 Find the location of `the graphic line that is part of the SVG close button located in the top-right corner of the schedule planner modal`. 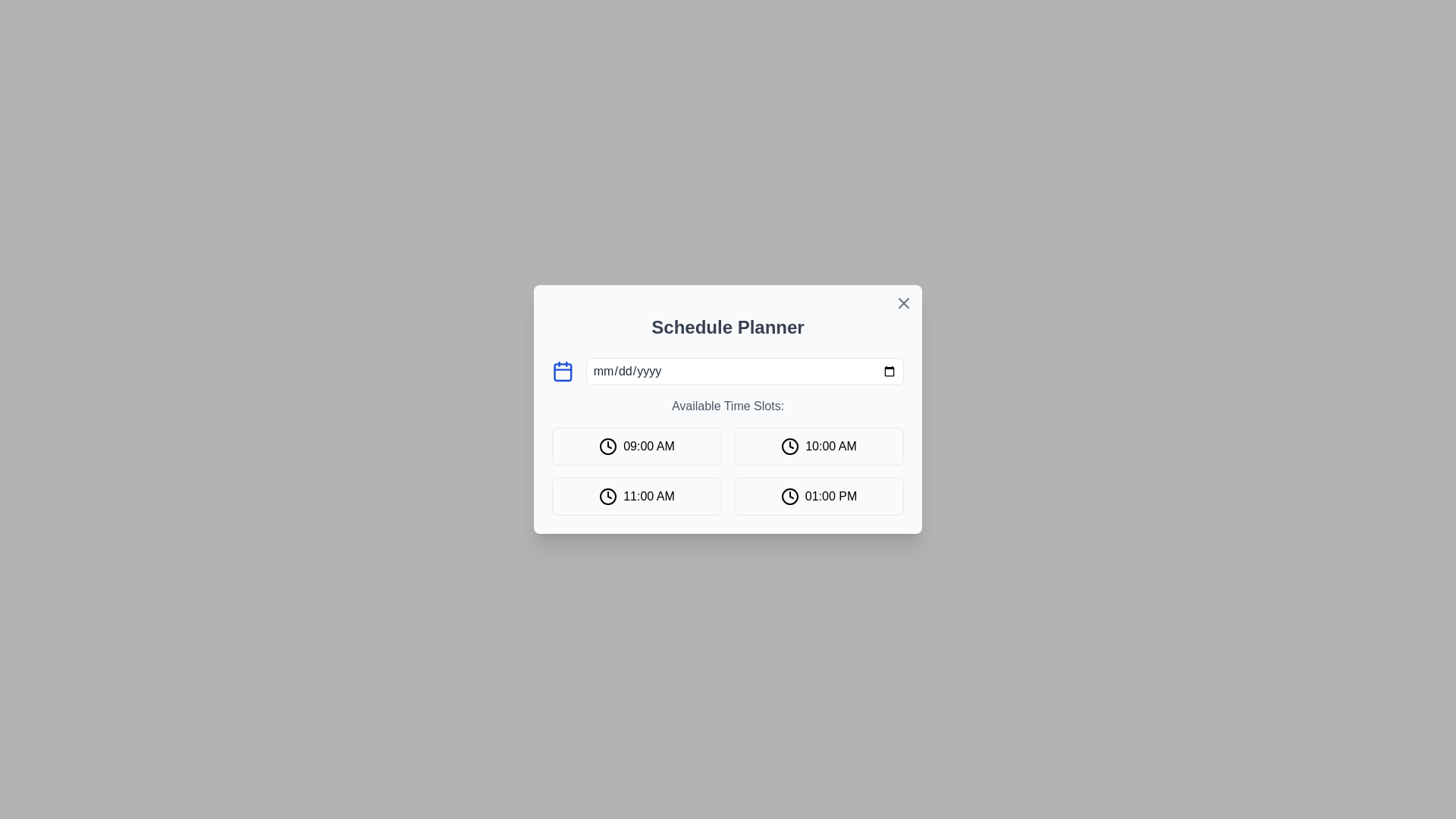

the graphic line that is part of the SVG close button located in the top-right corner of the schedule planner modal is located at coordinates (903, 303).